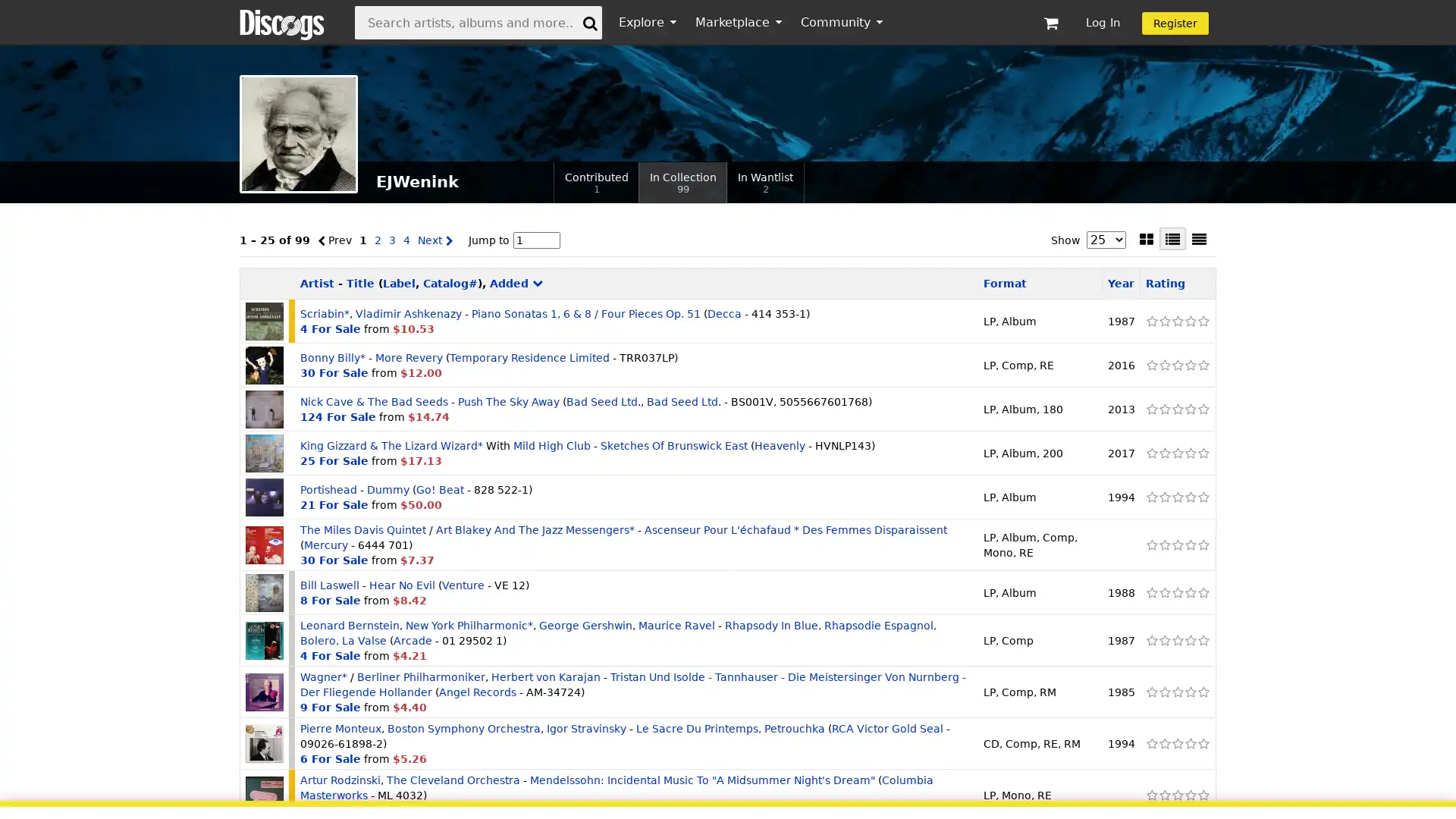 The height and width of the screenshot is (819, 1456). What do you see at coordinates (1202, 795) in the screenshot?
I see `Rate this release 5 stars.` at bounding box center [1202, 795].